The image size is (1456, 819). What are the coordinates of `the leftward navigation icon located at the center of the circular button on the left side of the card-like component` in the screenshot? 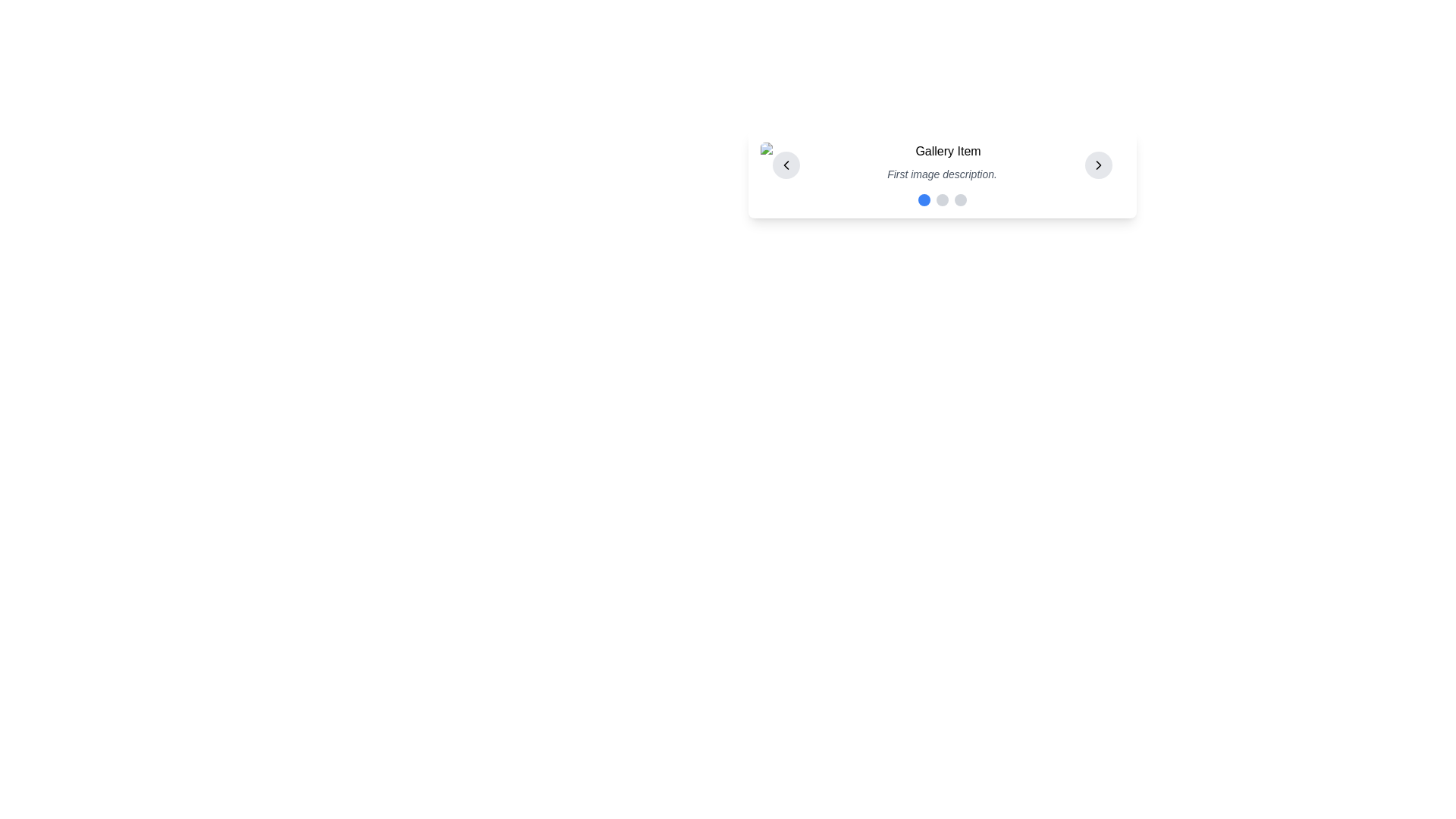 It's located at (786, 165).